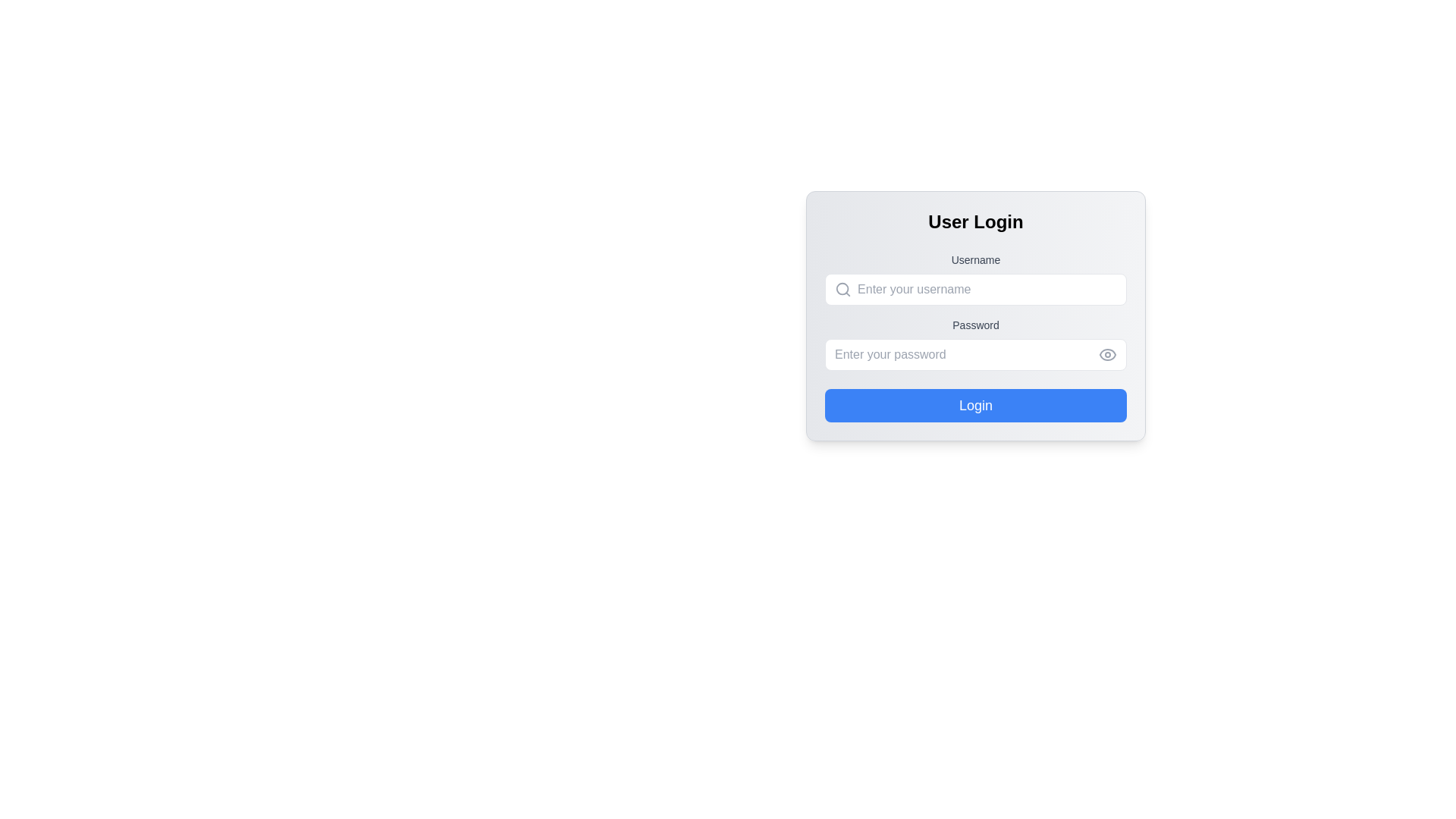  What do you see at coordinates (1107, 354) in the screenshot?
I see `the password visibility toggle button located at the right end of the password input field in the login form` at bounding box center [1107, 354].